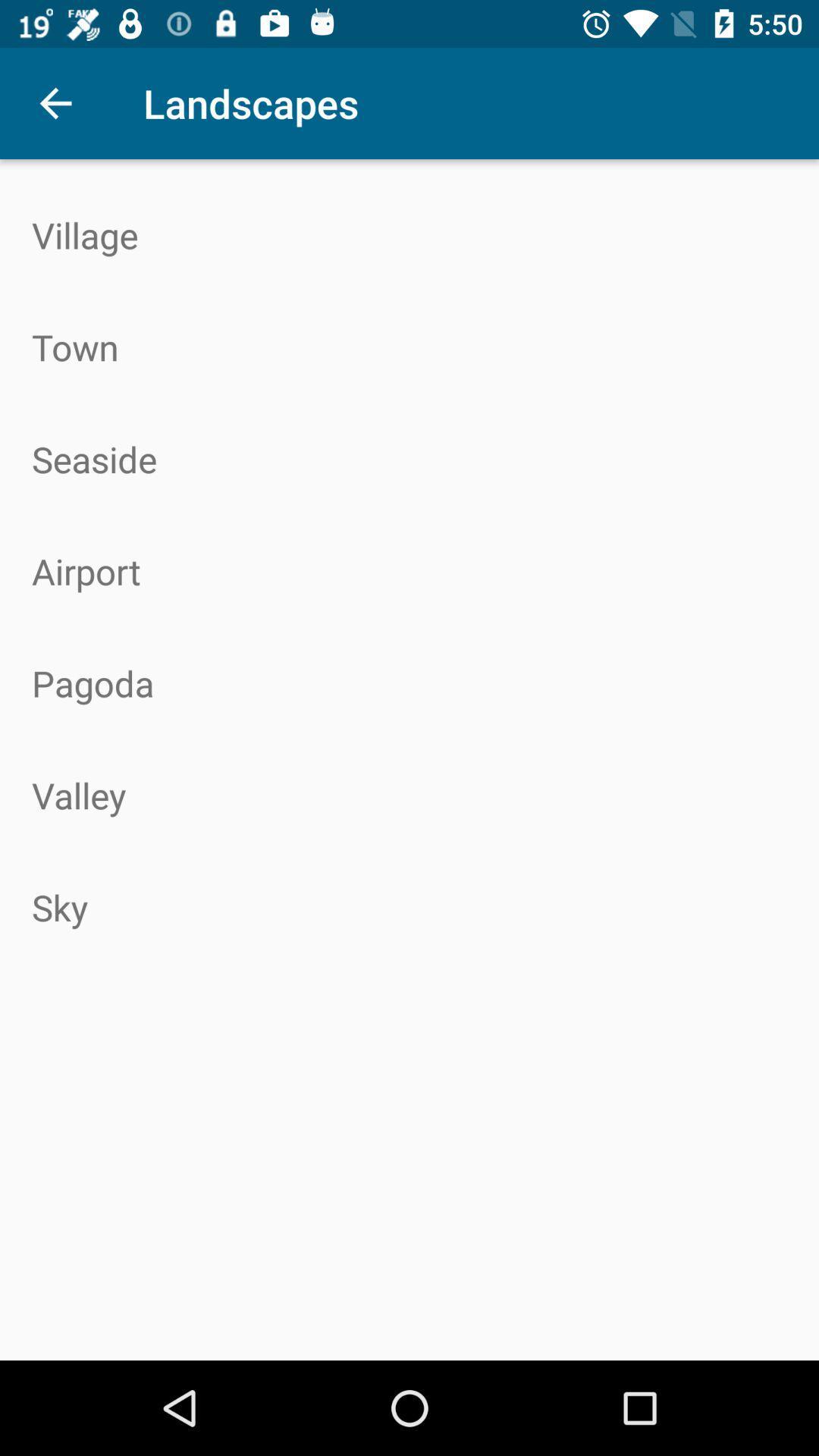  Describe the element at coordinates (55, 102) in the screenshot. I see `icon above village icon` at that location.